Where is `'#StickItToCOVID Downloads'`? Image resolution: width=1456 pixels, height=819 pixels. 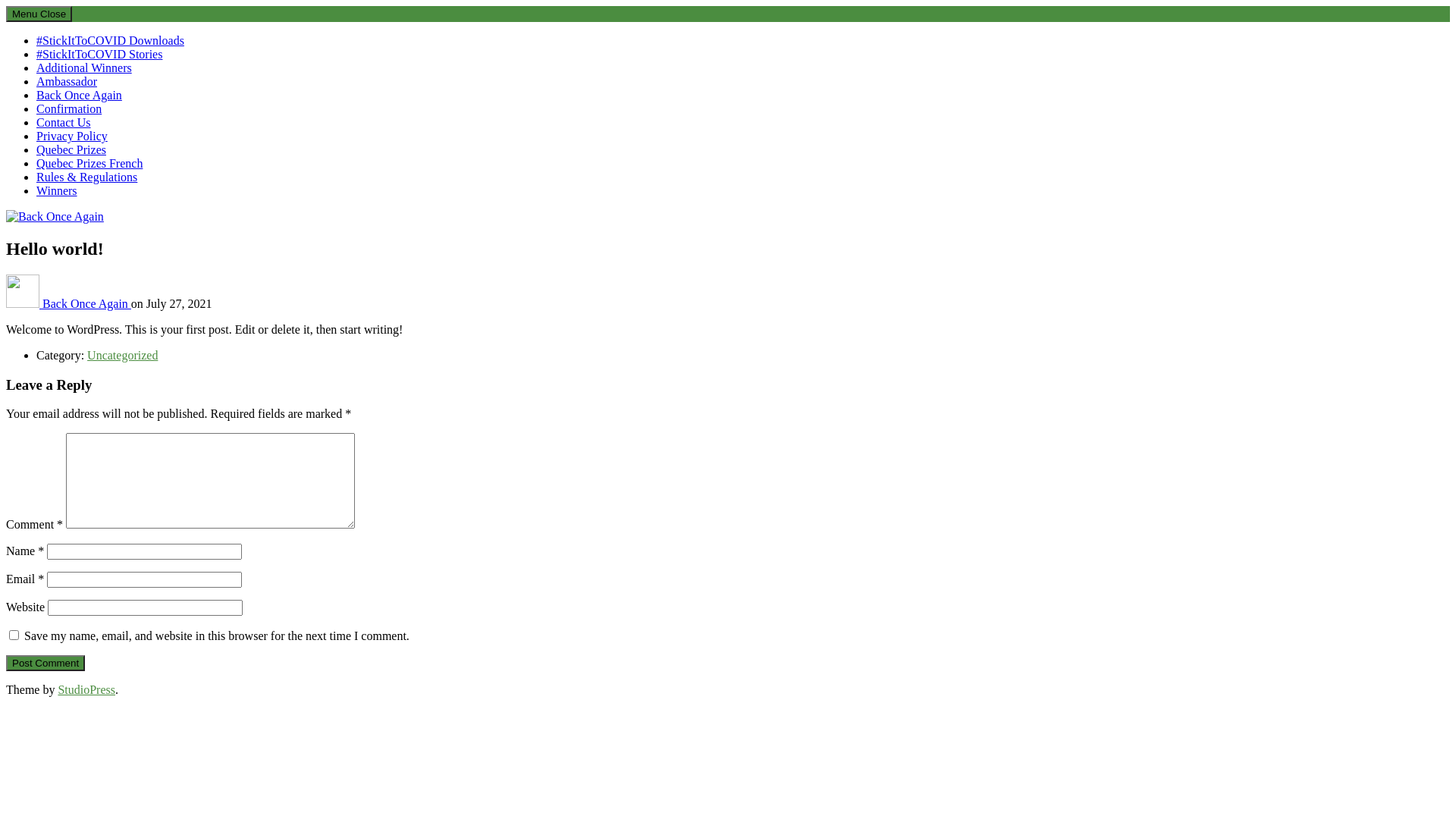 '#StickItToCOVID Downloads' is located at coordinates (109, 39).